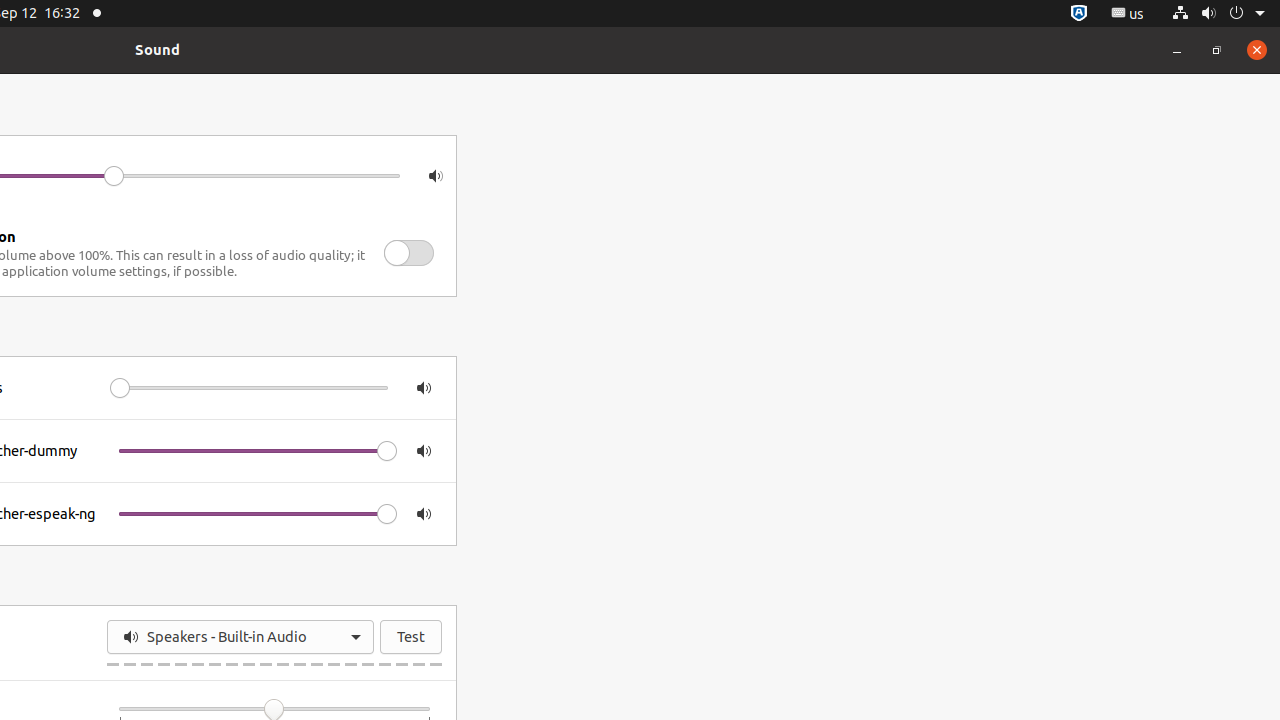 The height and width of the screenshot is (720, 1280). I want to click on 'Sound', so click(156, 48).